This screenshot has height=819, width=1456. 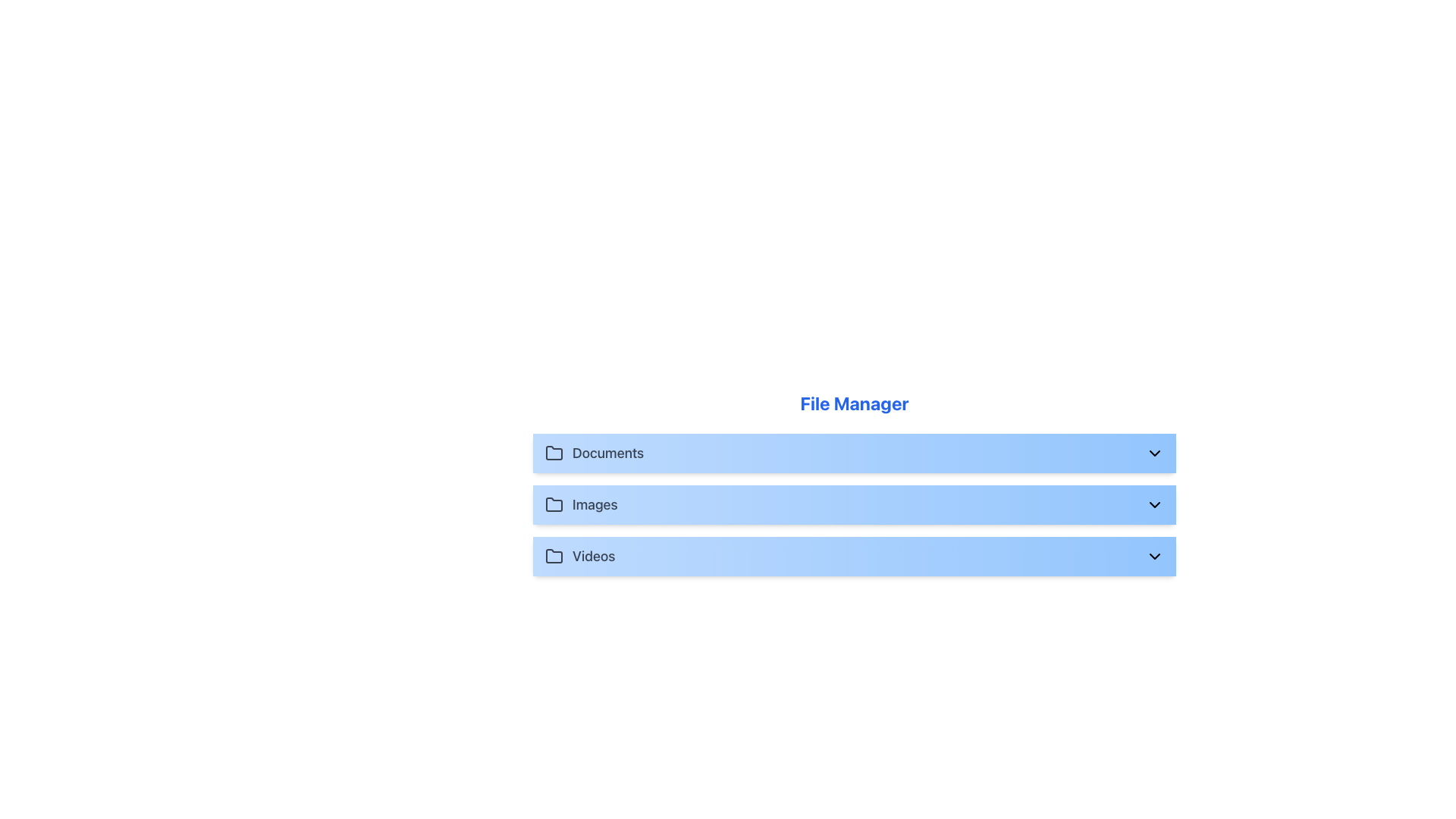 What do you see at coordinates (553, 504) in the screenshot?
I see `the folder icon that represents the 'Images' category, which is the second icon in a vertical list next to the 'Images' label` at bounding box center [553, 504].